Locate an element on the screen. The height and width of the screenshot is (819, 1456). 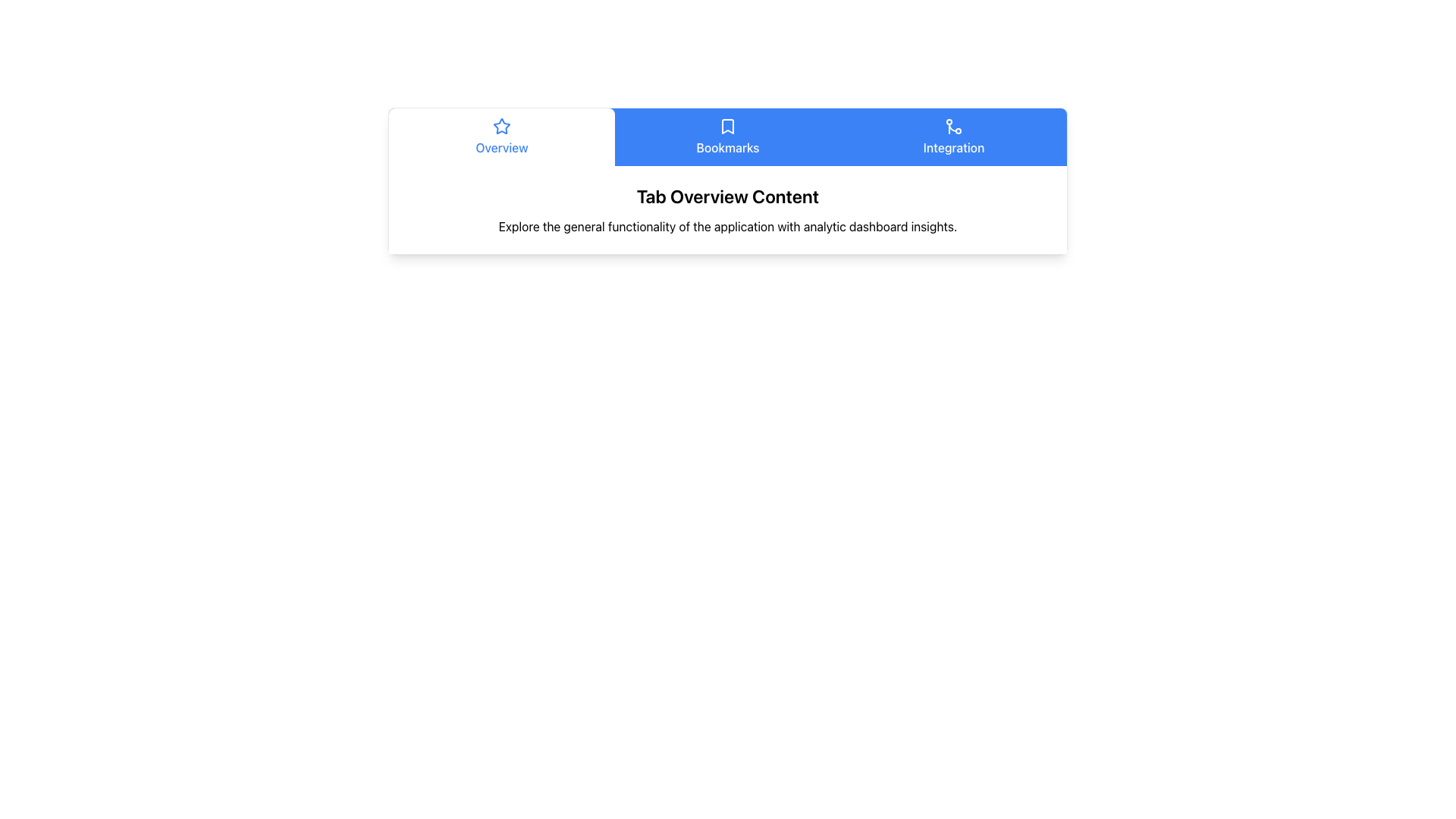
the 'Bookmarks' tab in the Tab Navigation Bar, which is centrally positioned at the top of the interface and serves to switch between sections of the application is located at coordinates (728, 137).